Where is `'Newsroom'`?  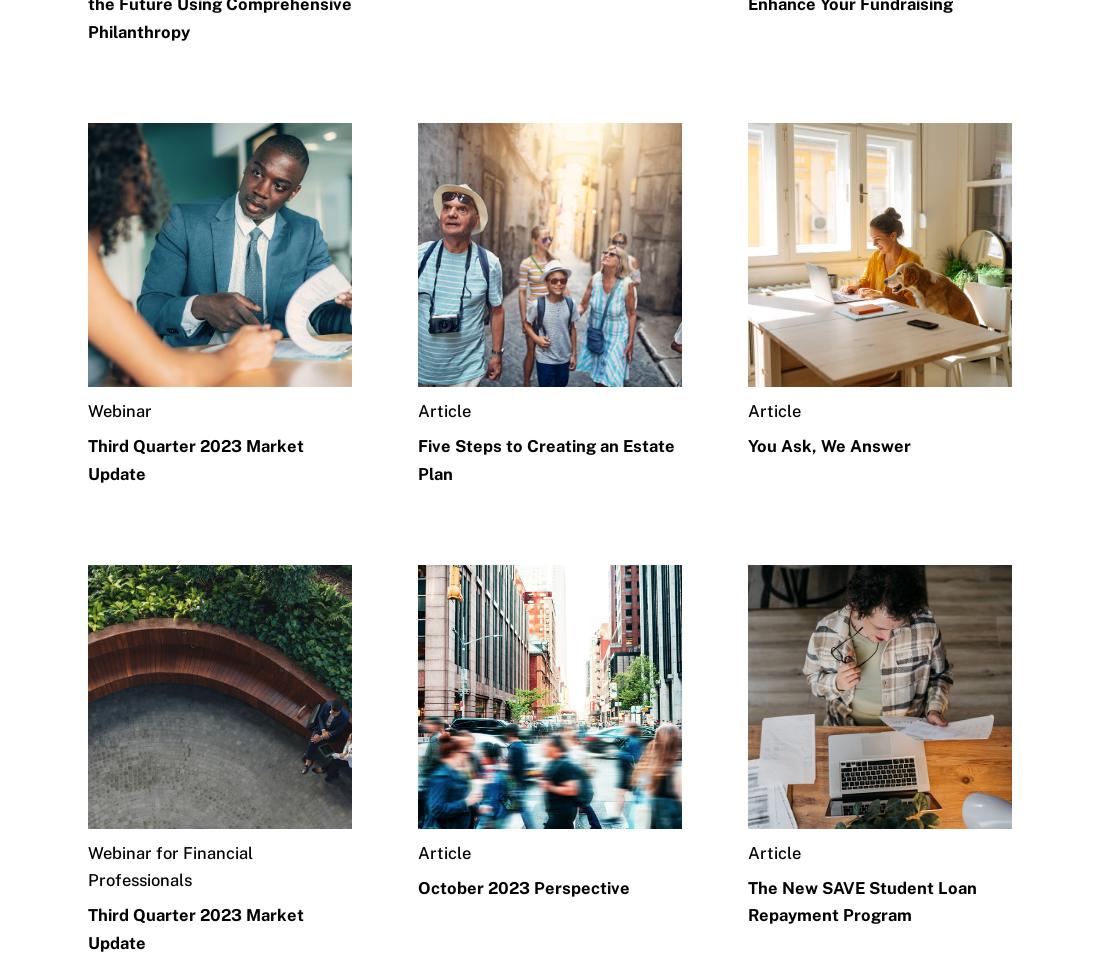
'Newsroom' is located at coordinates (365, 648).